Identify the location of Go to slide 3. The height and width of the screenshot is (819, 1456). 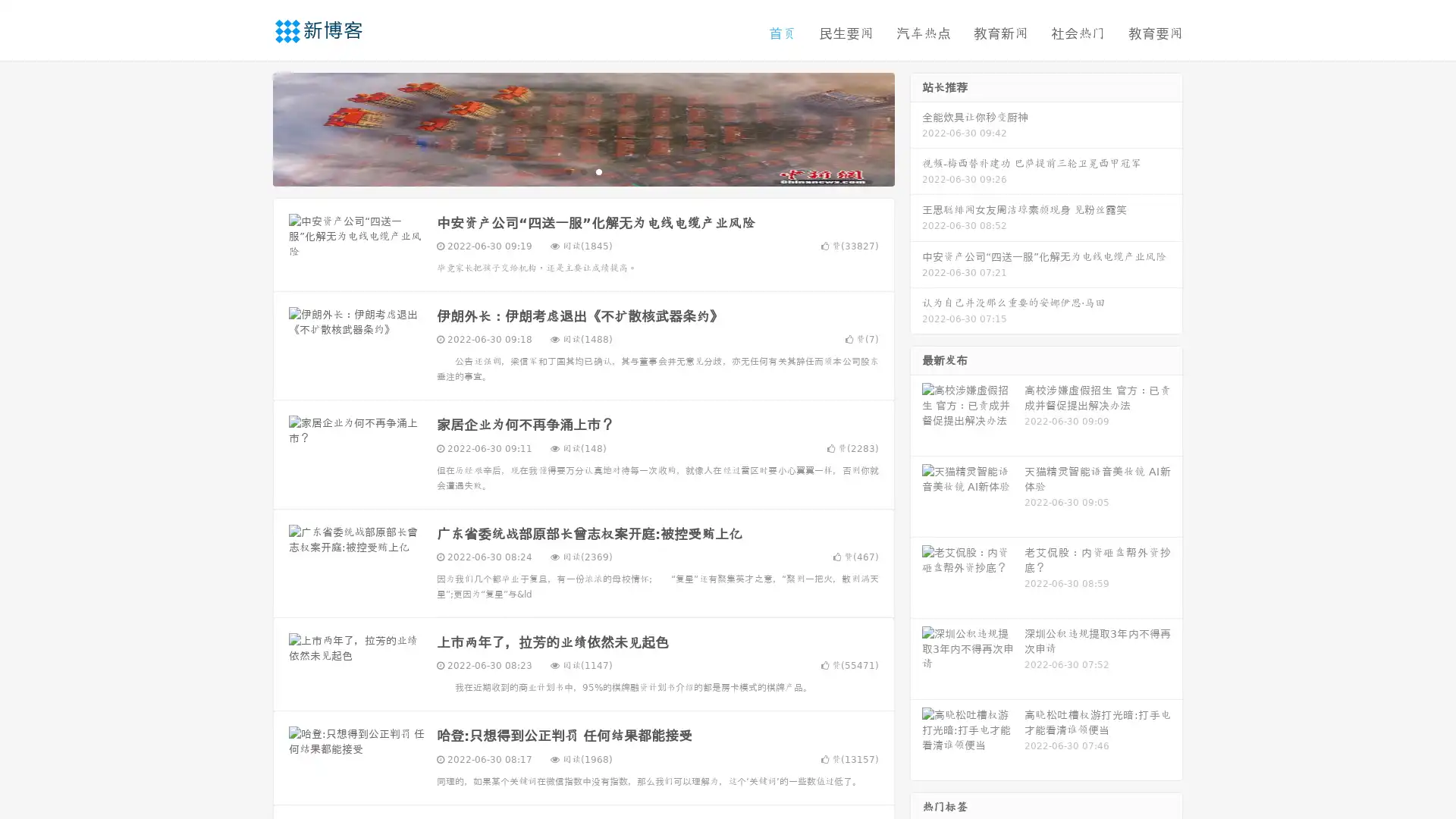
(598, 171).